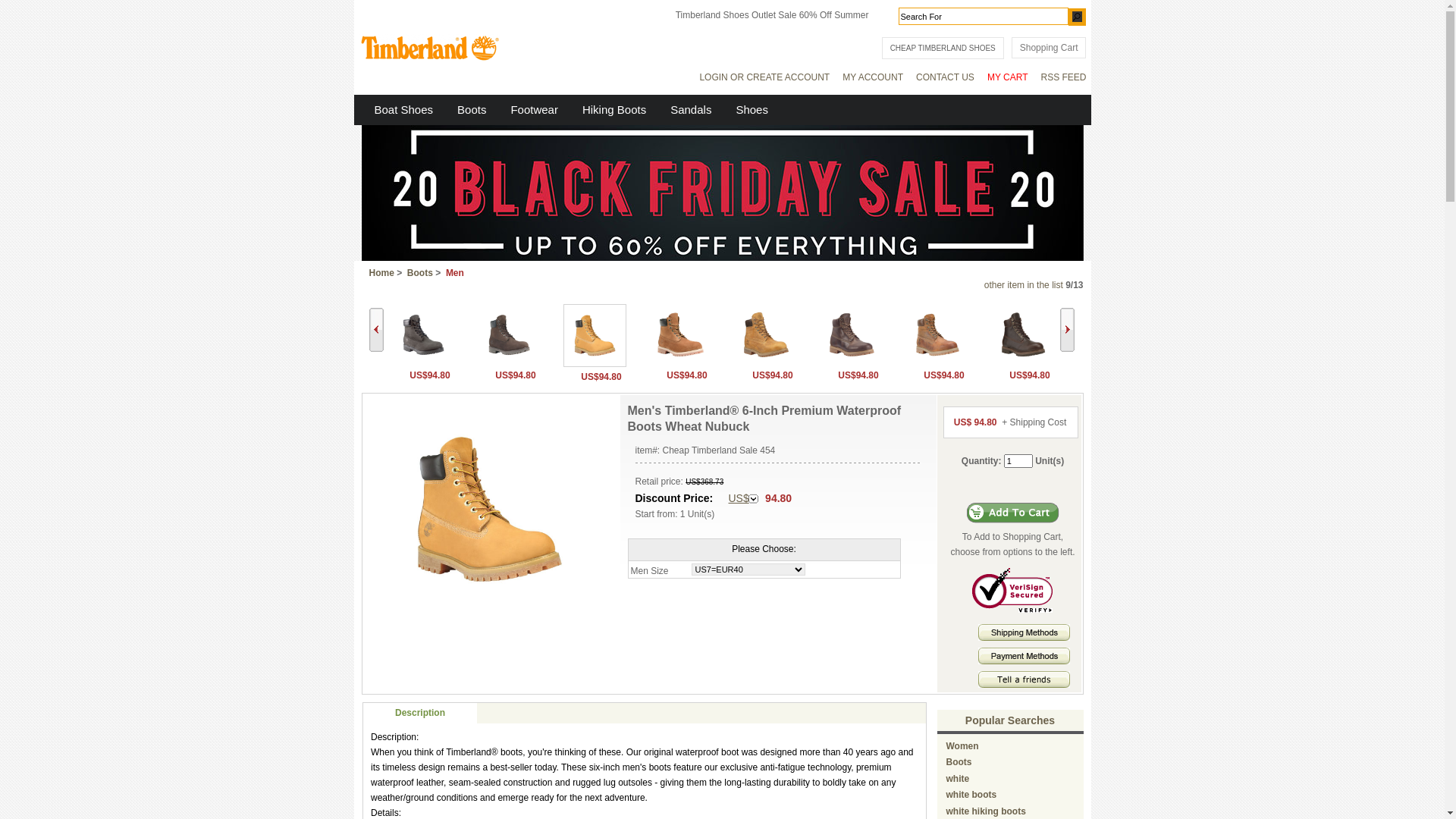  What do you see at coordinates (375, 329) in the screenshot?
I see `'Back'` at bounding box center [375, 329].